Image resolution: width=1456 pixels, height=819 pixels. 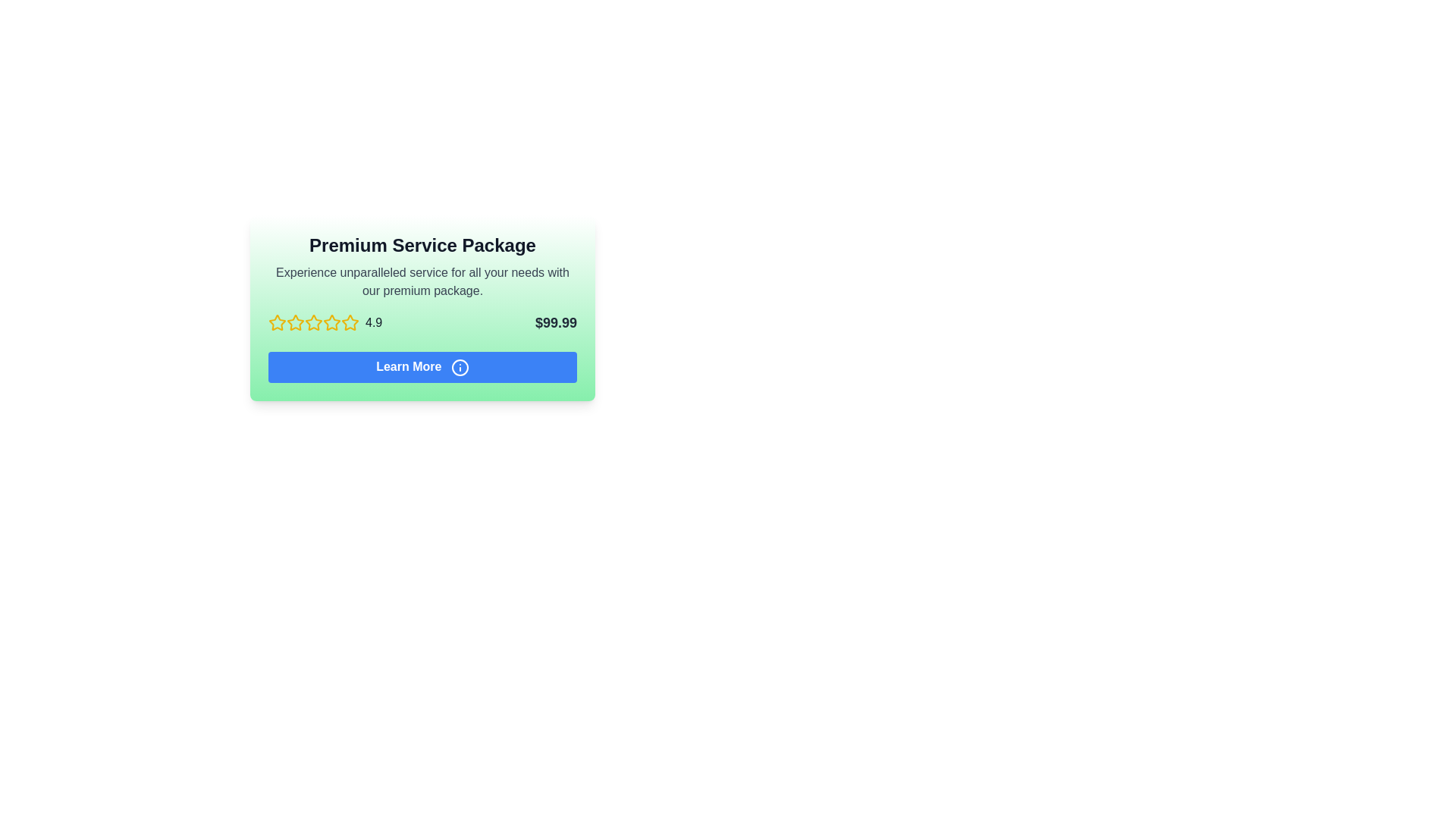 What do you see at coordinates (312, 322) in the screenshot?
I see `the fourth yellow outlined star icon in the rating system below the 'Premium Service Package' heading` at bounding box center [312, 322].